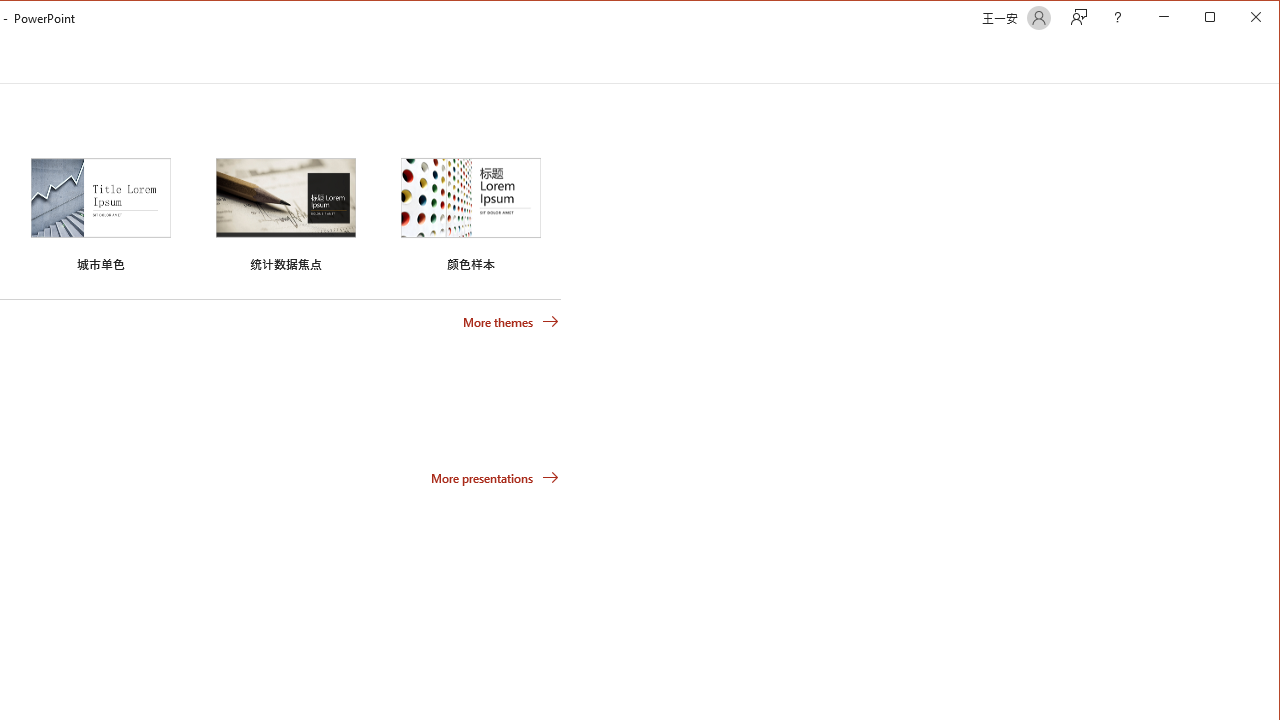 Image resolution: width=1280 pixels, height=720 pixels. What do you see at coordinates (1269, 59) in the screenshot?
I see `'Class: NetUIScrollBar'` at bounding box center [1269, 59].